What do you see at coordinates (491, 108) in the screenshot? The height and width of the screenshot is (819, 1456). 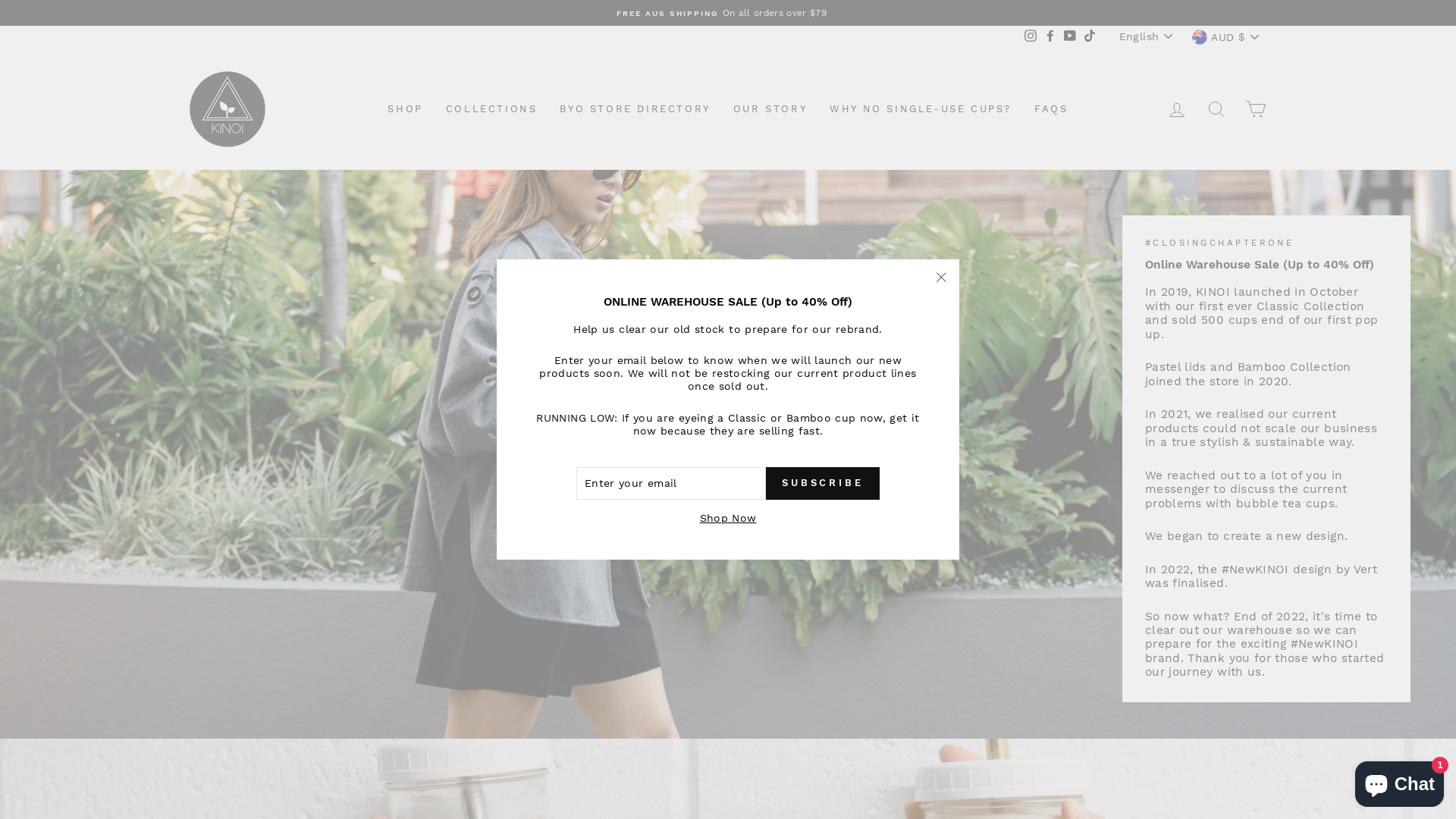 I see `'COLLECTIONS'` at bounding box center [491, 108].